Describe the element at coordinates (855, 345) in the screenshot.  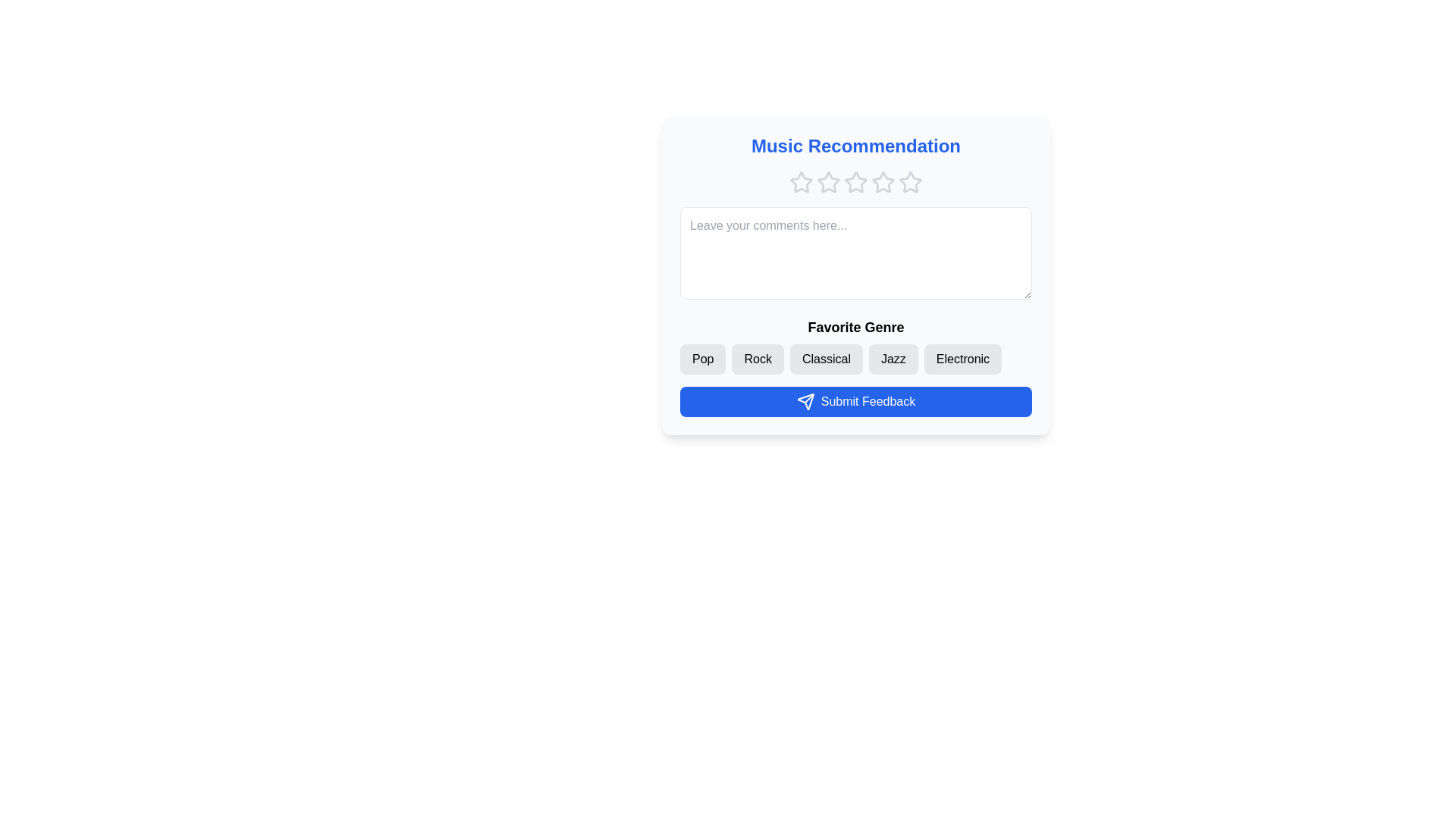
I see `the 'Classical' button within the grouped button selection` at that location.